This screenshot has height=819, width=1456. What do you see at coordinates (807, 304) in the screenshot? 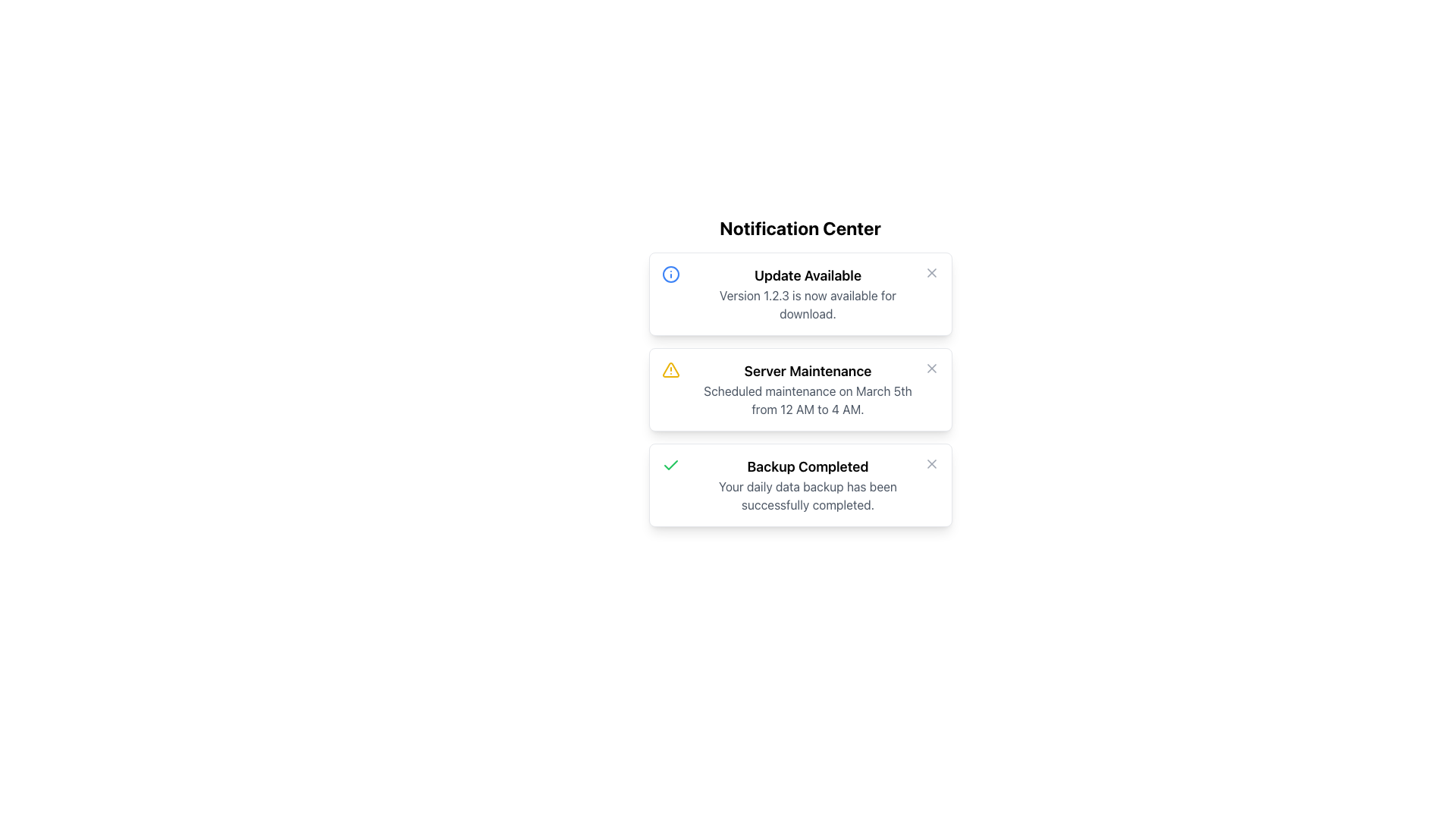
I see `text content that indicates the availability of a new software version ('Version 1.2.3') located in the notification card titled 'Update Available'` at bounding box center [807, 304].